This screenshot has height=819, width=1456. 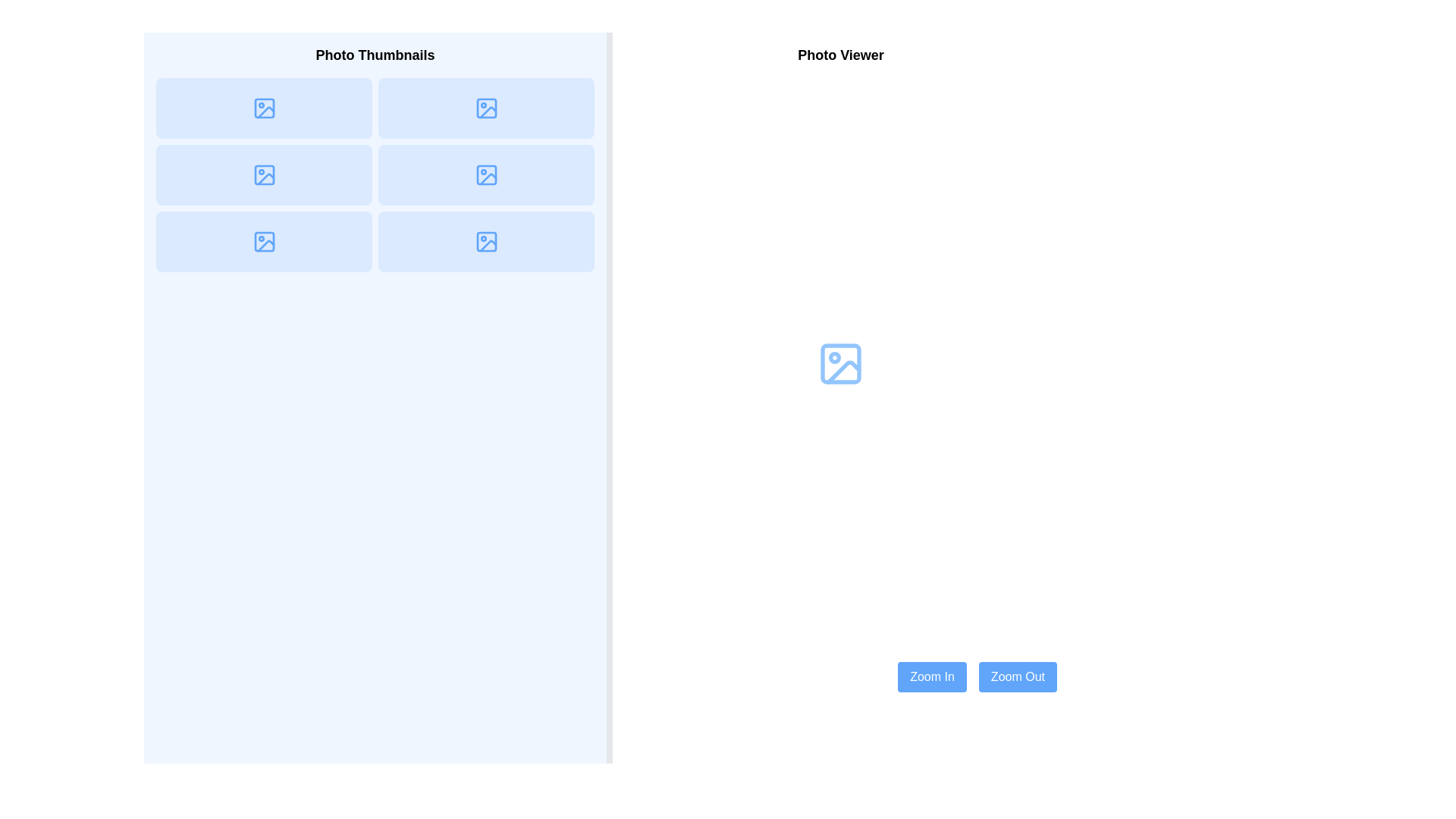 What do you see at coordinates (486, 107) in the screenshot?
I see `the image placeholder located in the top-right position within a grid layout in the left section of the interface` at bounding box center [486, 107].